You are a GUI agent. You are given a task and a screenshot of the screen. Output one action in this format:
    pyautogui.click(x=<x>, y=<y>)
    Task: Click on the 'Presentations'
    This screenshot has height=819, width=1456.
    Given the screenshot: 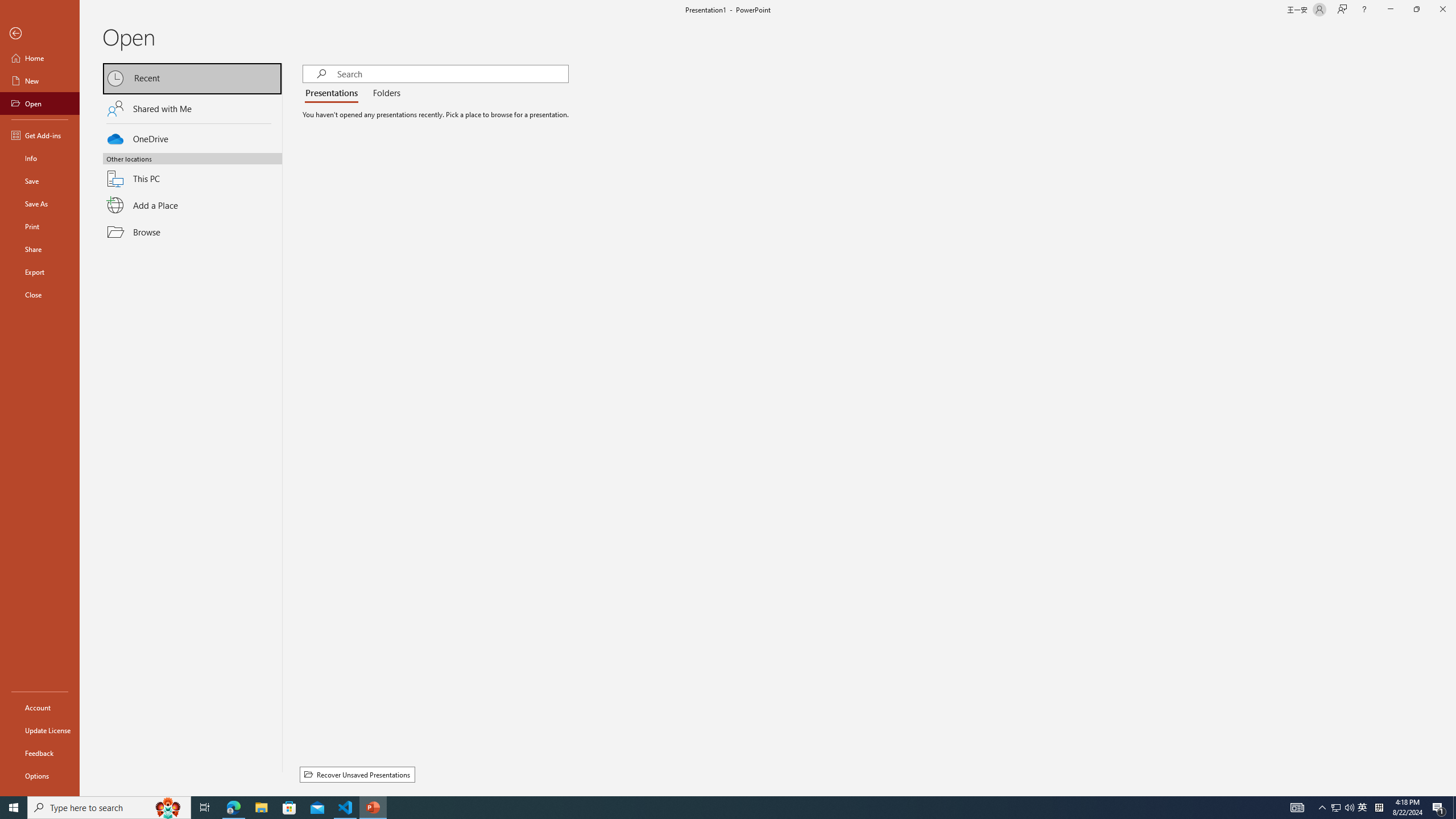 What is the action you would take?
    pyautogui.click(x=334, y=93)
    